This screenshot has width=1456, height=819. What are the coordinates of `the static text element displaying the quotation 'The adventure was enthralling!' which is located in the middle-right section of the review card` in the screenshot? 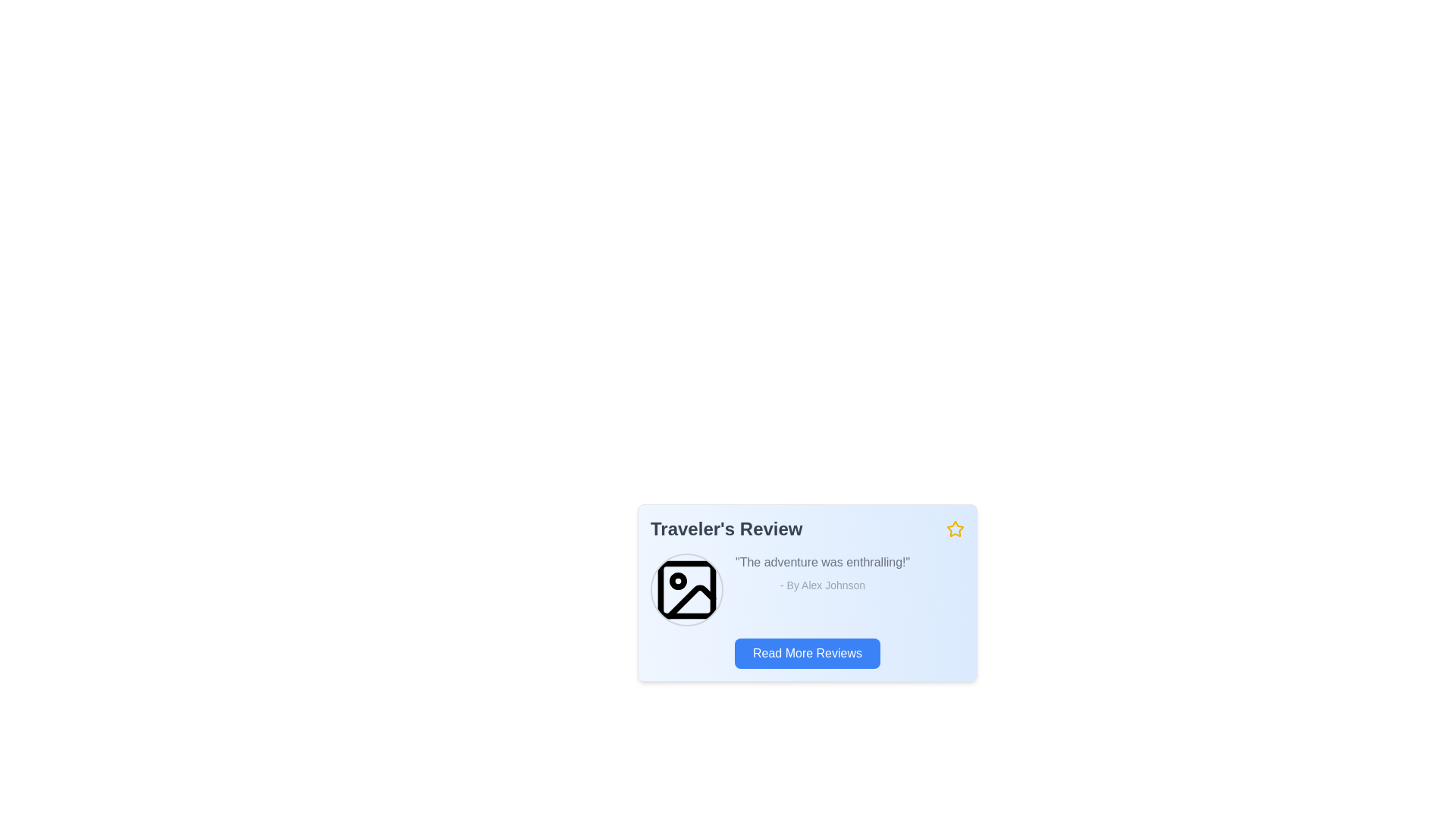 It's located at (821, 562).